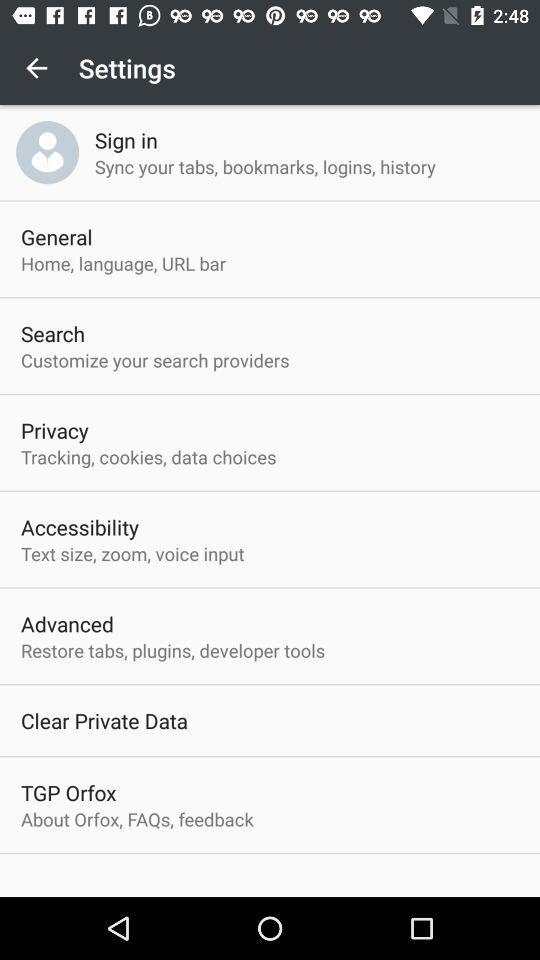  Describe the element at coordinates (126, 139) in the screenshot. I see `the icon below the settings app` at that location.